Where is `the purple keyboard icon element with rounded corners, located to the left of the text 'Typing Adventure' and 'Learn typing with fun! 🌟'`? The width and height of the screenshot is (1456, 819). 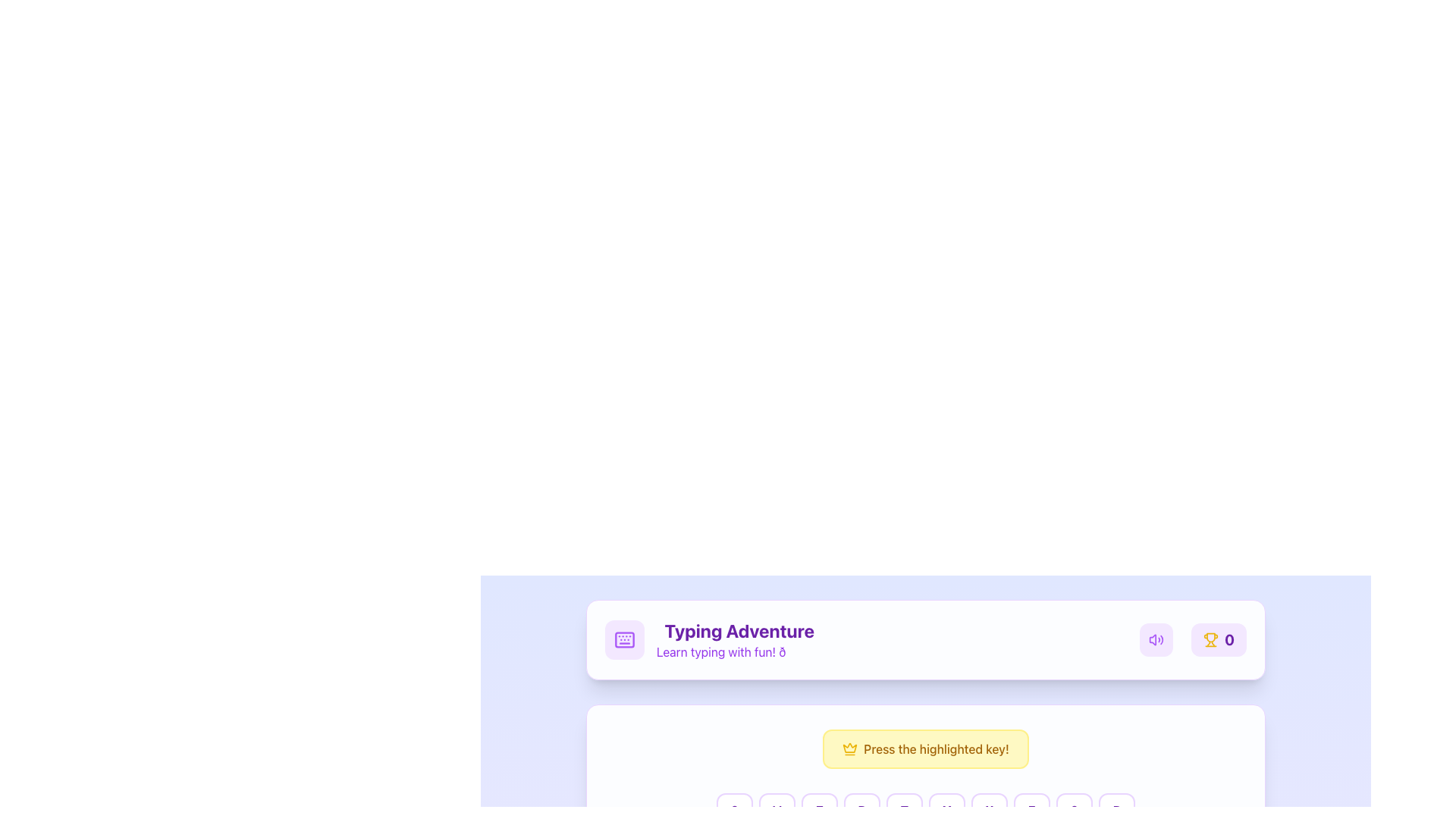
the purple keyboard icon element with rounded corners, located to the left of the text 'Typing Adventure' and 'Learn typing with fun! 🌟' is located at coordinates (625, 640).